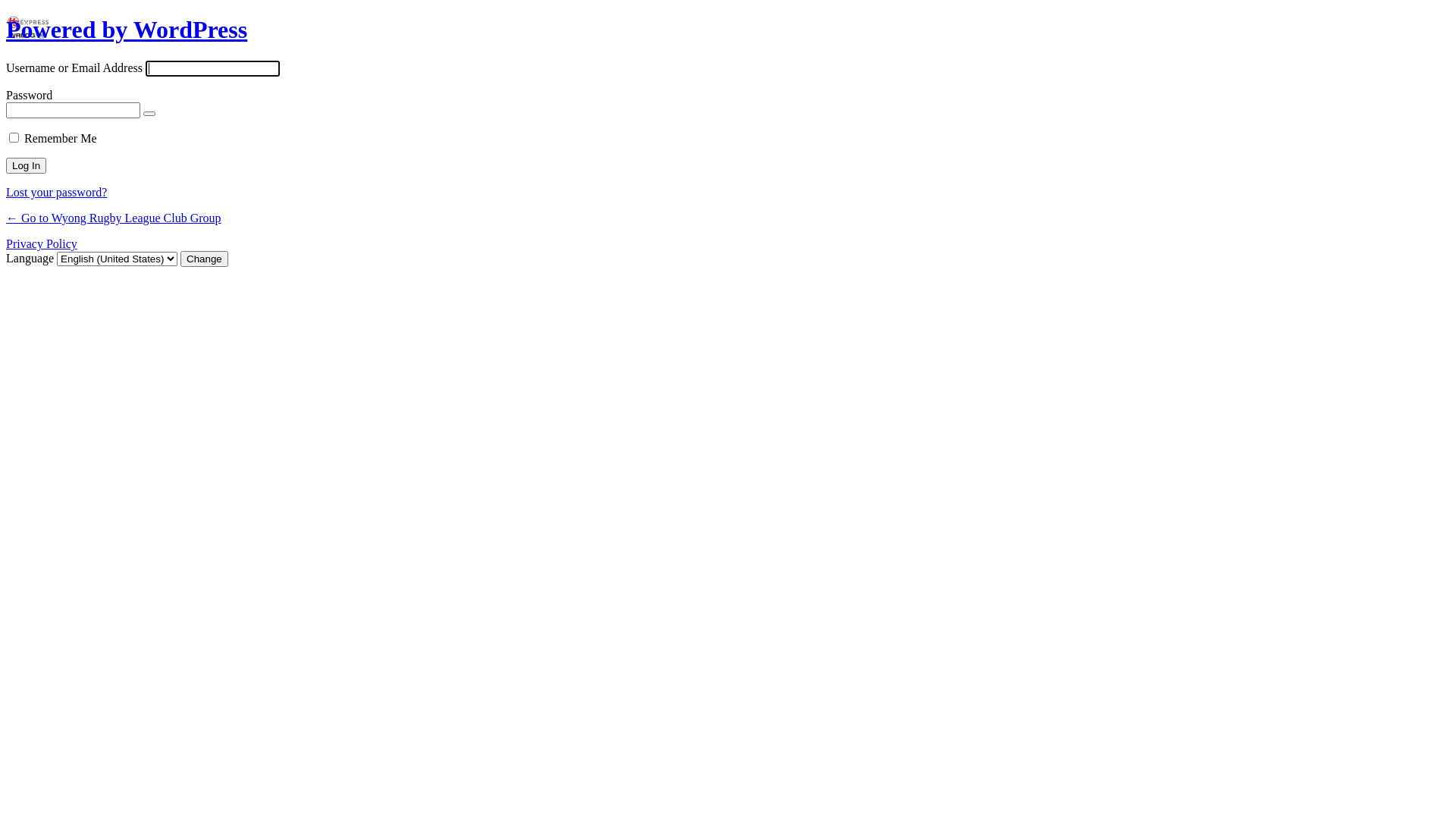  I want to click on 'Powered by WordPress', so click(127, 29).